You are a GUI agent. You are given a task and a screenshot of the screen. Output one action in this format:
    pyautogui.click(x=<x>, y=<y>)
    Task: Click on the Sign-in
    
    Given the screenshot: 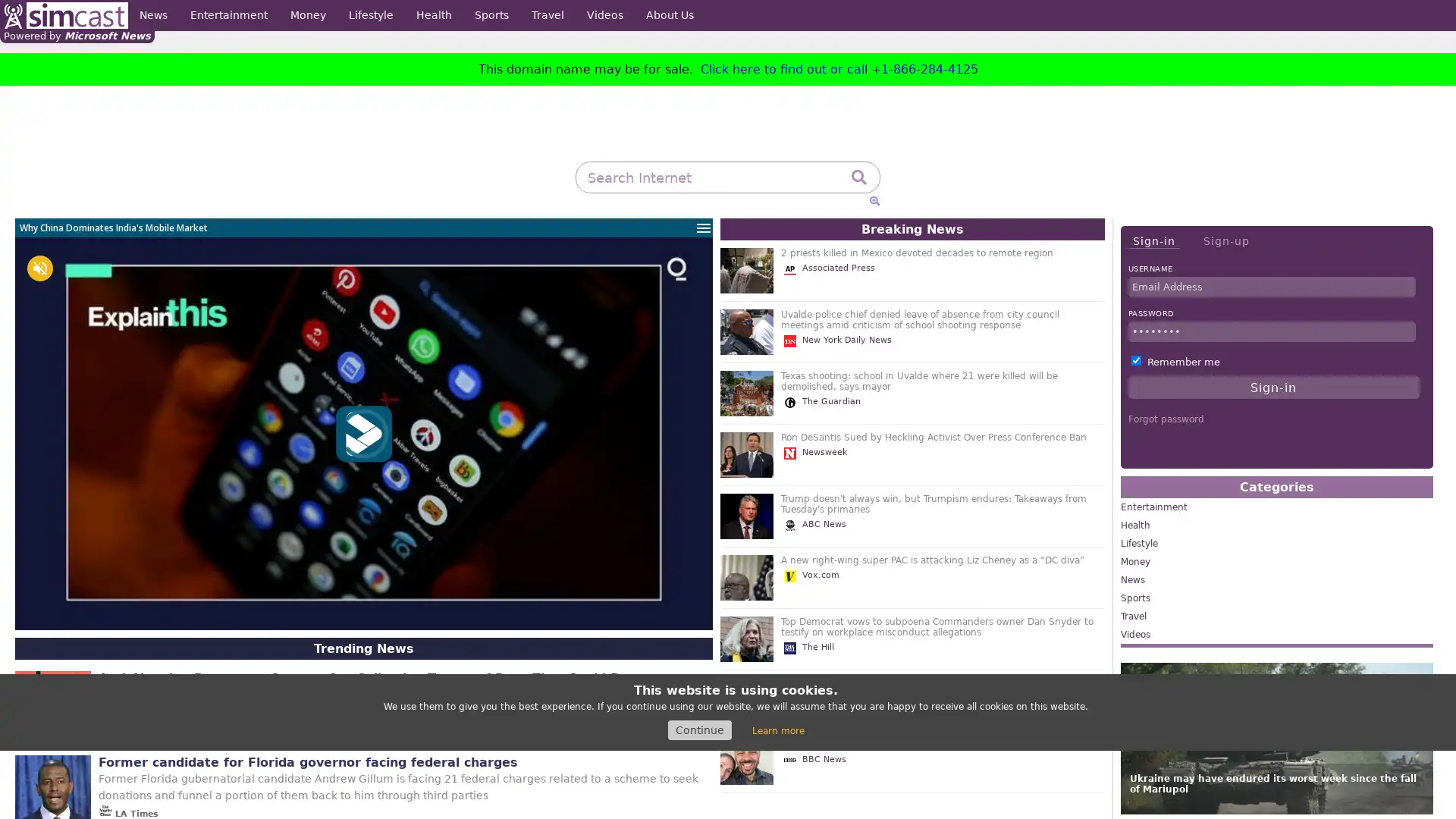 What is the action you would take?
    pyautogui.click(x=1273, y=386)
    